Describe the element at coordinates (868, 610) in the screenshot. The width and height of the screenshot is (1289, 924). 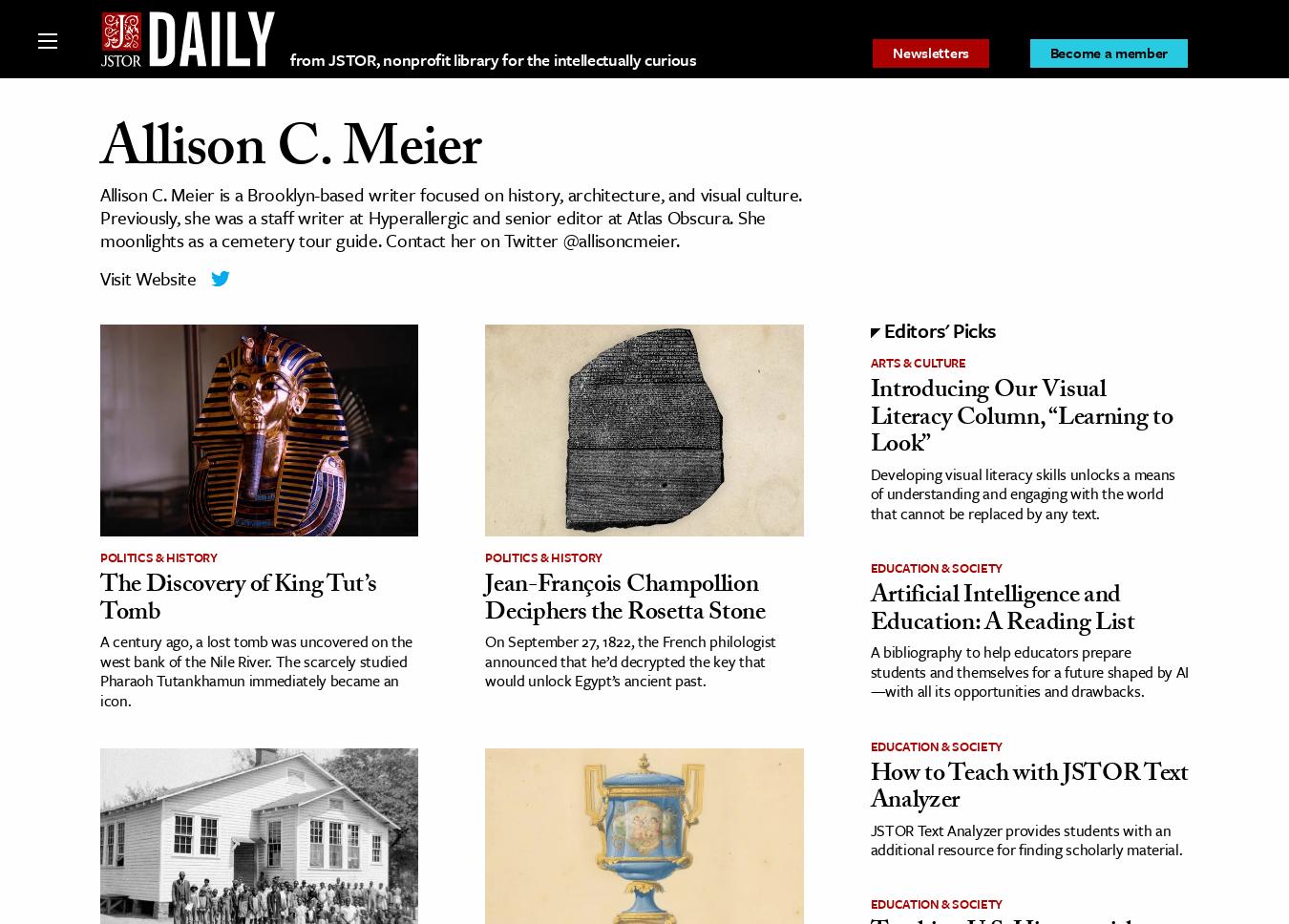
I see `'Artificial Intelligence and Education: A Reading List'` at that location.